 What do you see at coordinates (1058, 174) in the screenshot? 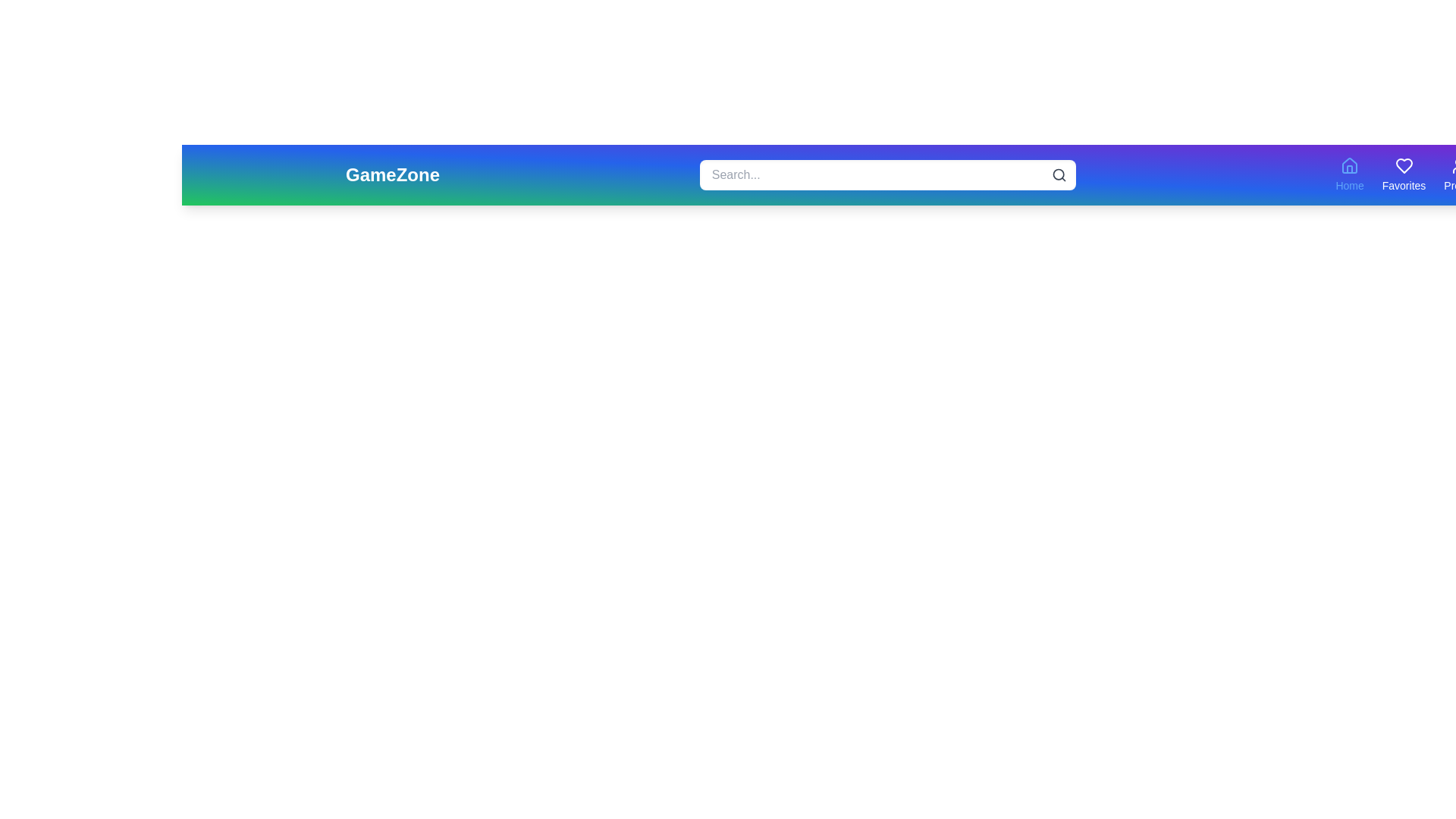
I see `the search icon to initiate a search` at bounding box center [1058, 174].